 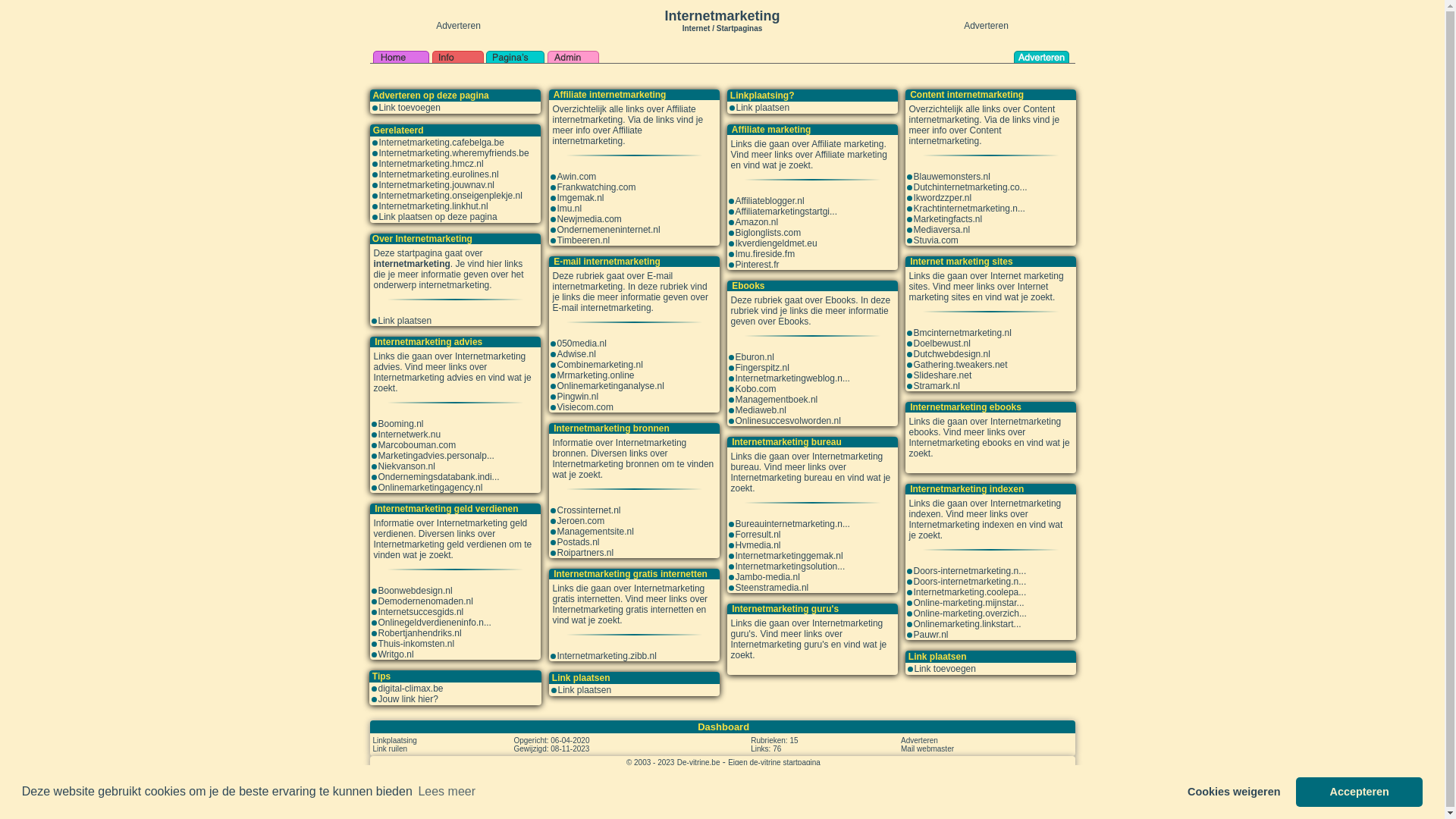 What do you see at coordinates (610, 385) in the screenshot?
I see `'Onlinemarketinganalyse.nl'` at bounding box center [610, 385].